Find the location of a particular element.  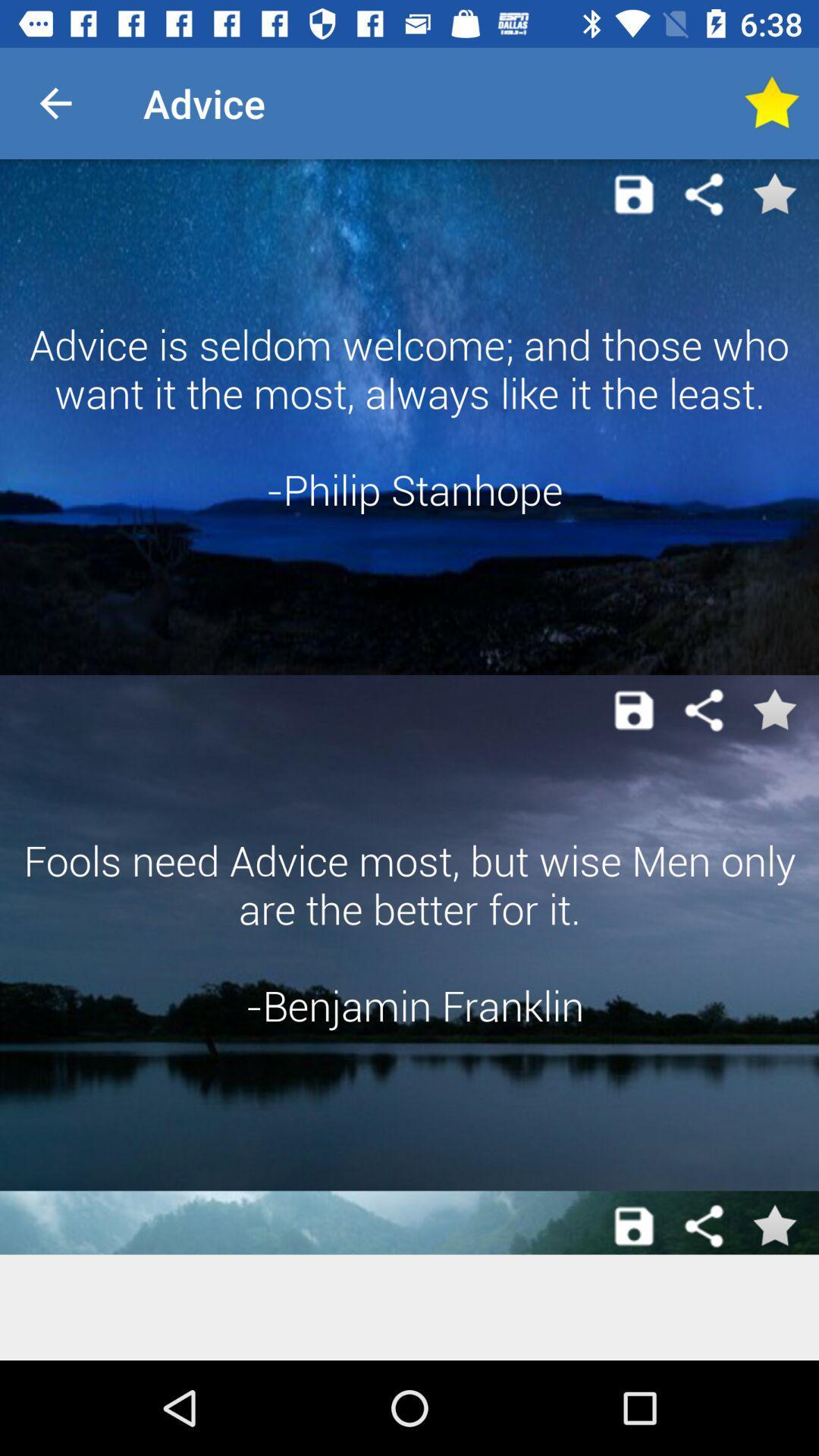

the item next to the advice is located at coordinates (55, 102).